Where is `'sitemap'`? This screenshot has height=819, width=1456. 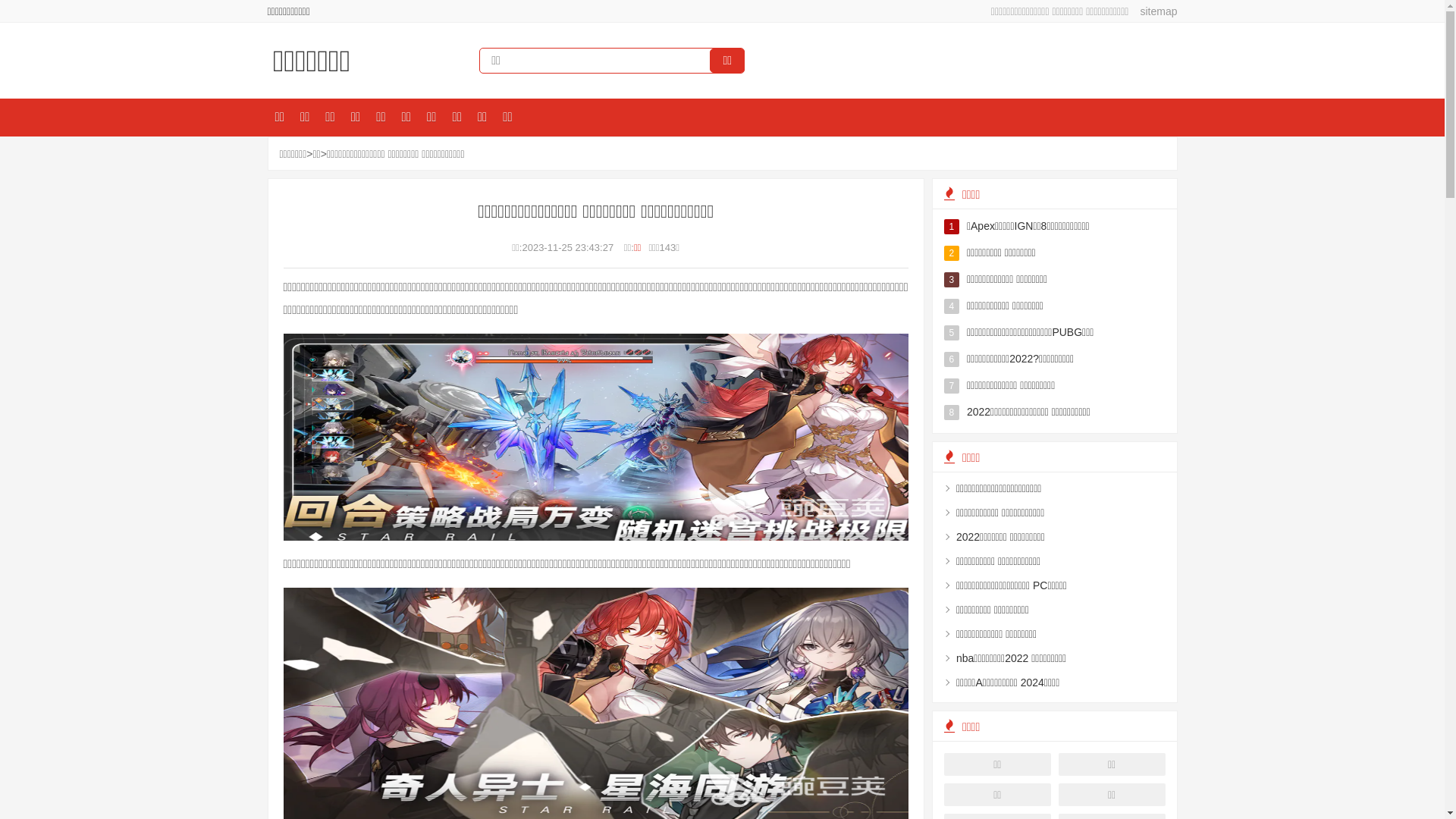
'sitemap' is located at coordinates (1128, 11).